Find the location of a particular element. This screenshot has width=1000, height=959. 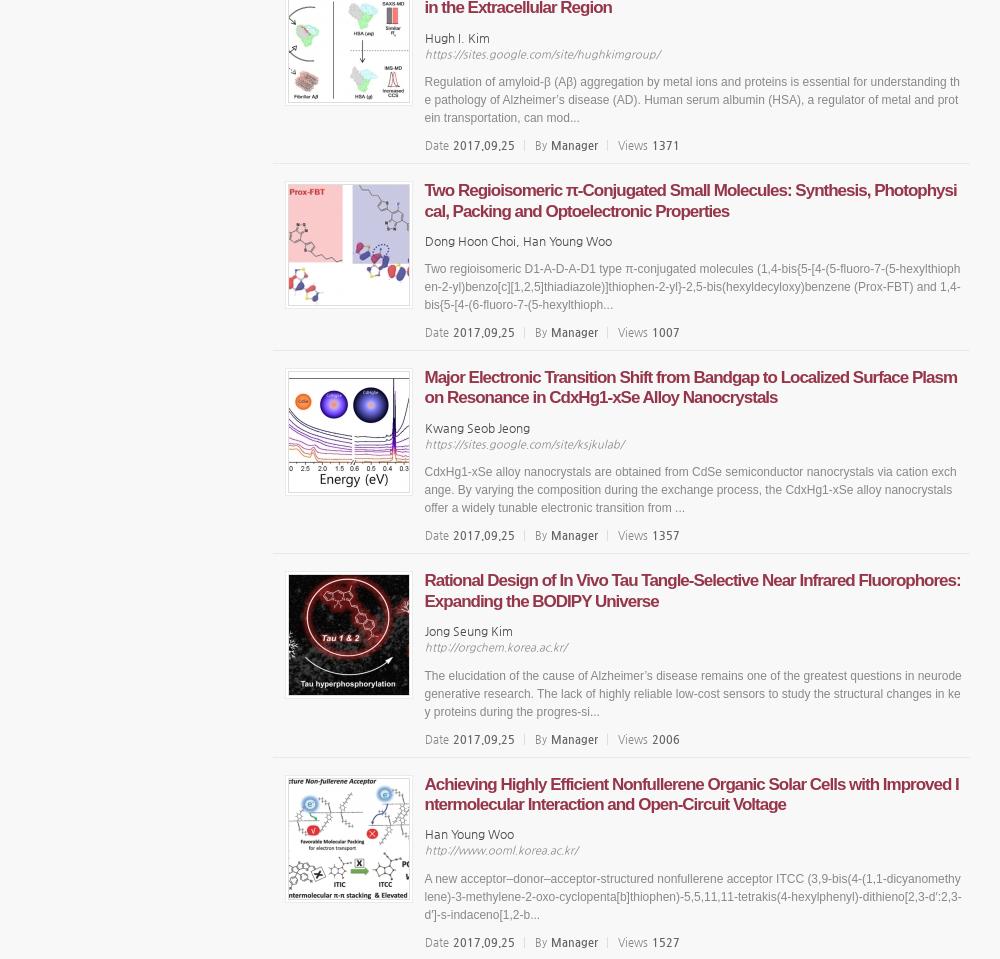

'Achieving Highly Efficient Nonfullerene Organic Solar Cells with Improved Intermolecular Interaction and Open-Circuit Voltage' is located at coordinates (424, 793).